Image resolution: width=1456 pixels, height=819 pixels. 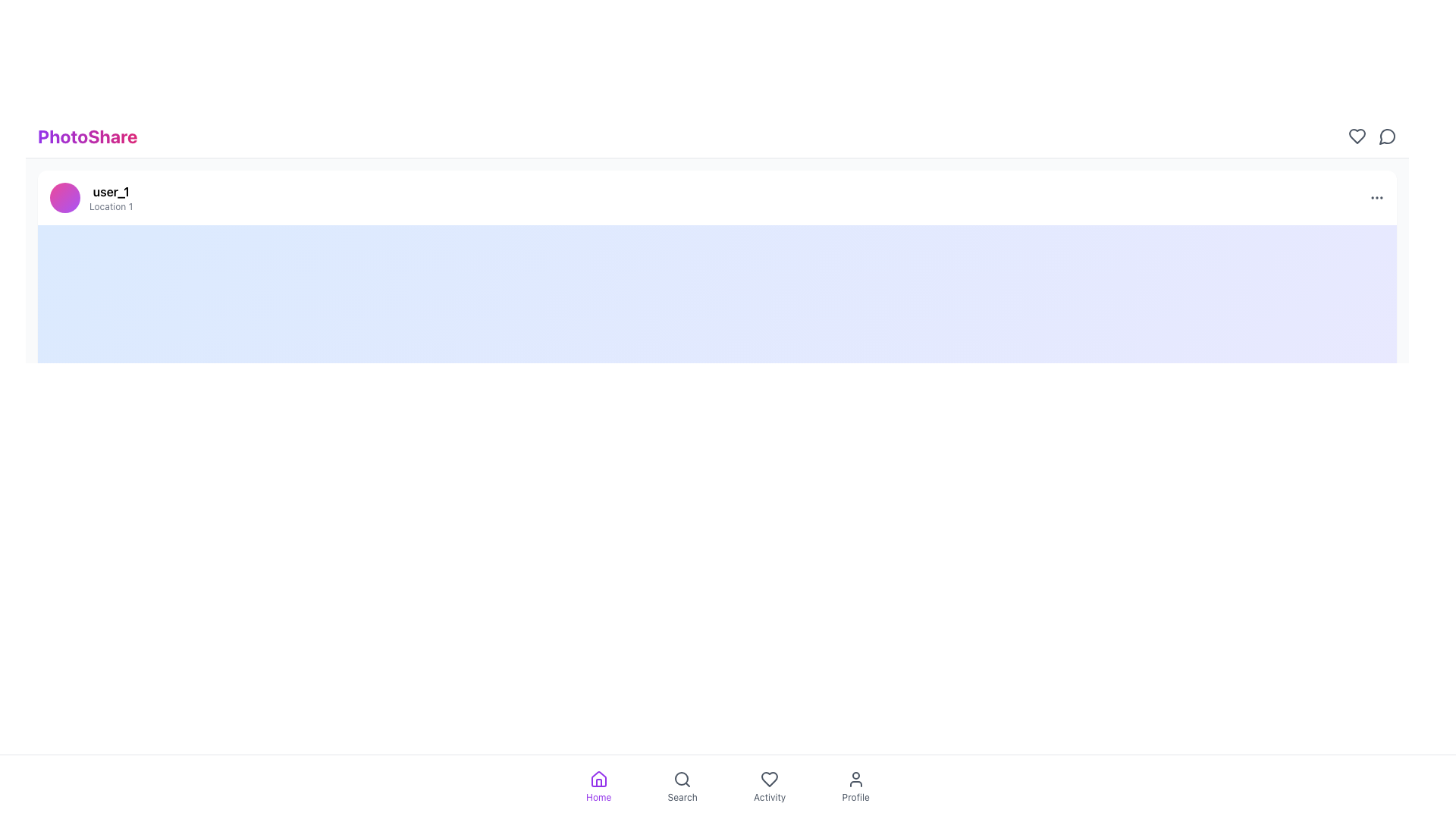 What do you see at coordinates (681, 778) in the screenshot?
I see `the circular part of the magnifying glass icon in the bottom navigation bar, which represents the search functionality` at bounding box center [681, 778].